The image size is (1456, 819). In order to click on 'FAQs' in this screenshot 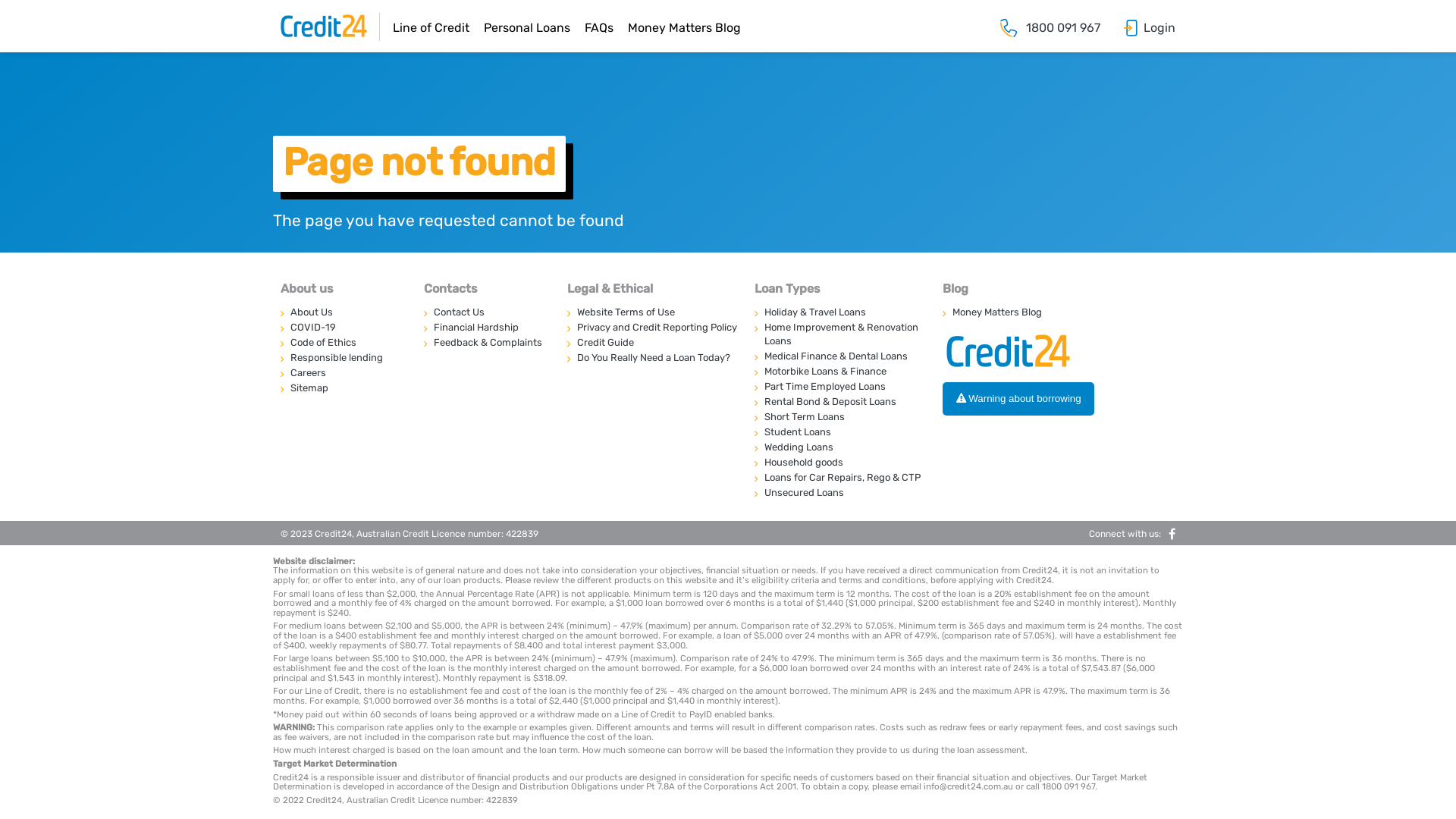, I will do `click(598, 27)`.